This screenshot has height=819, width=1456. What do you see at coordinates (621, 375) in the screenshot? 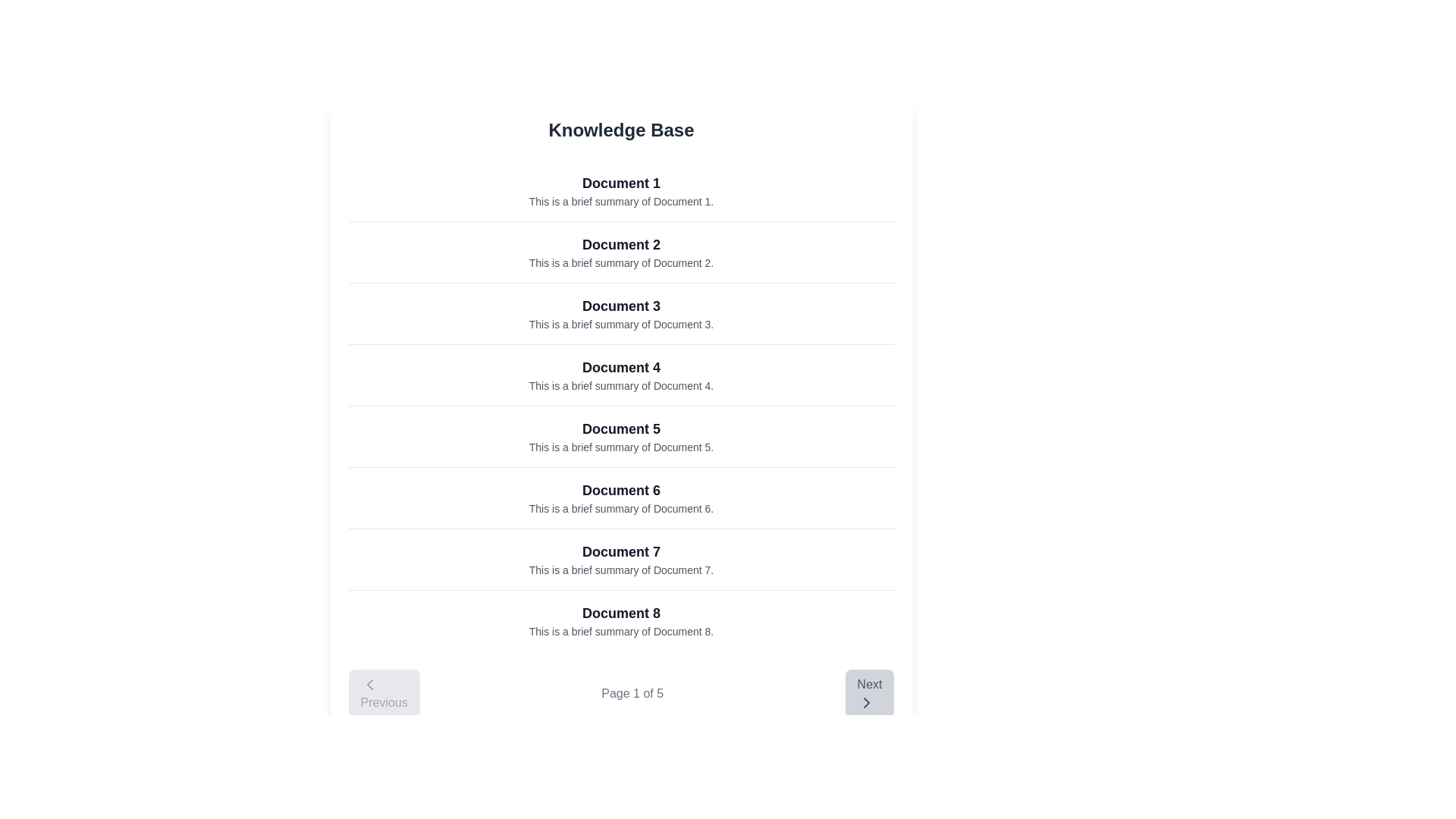
I see `the text display component labeled 'Document 4' to interact with any nearby interactive elements if present` at bounding box center [621, 375].